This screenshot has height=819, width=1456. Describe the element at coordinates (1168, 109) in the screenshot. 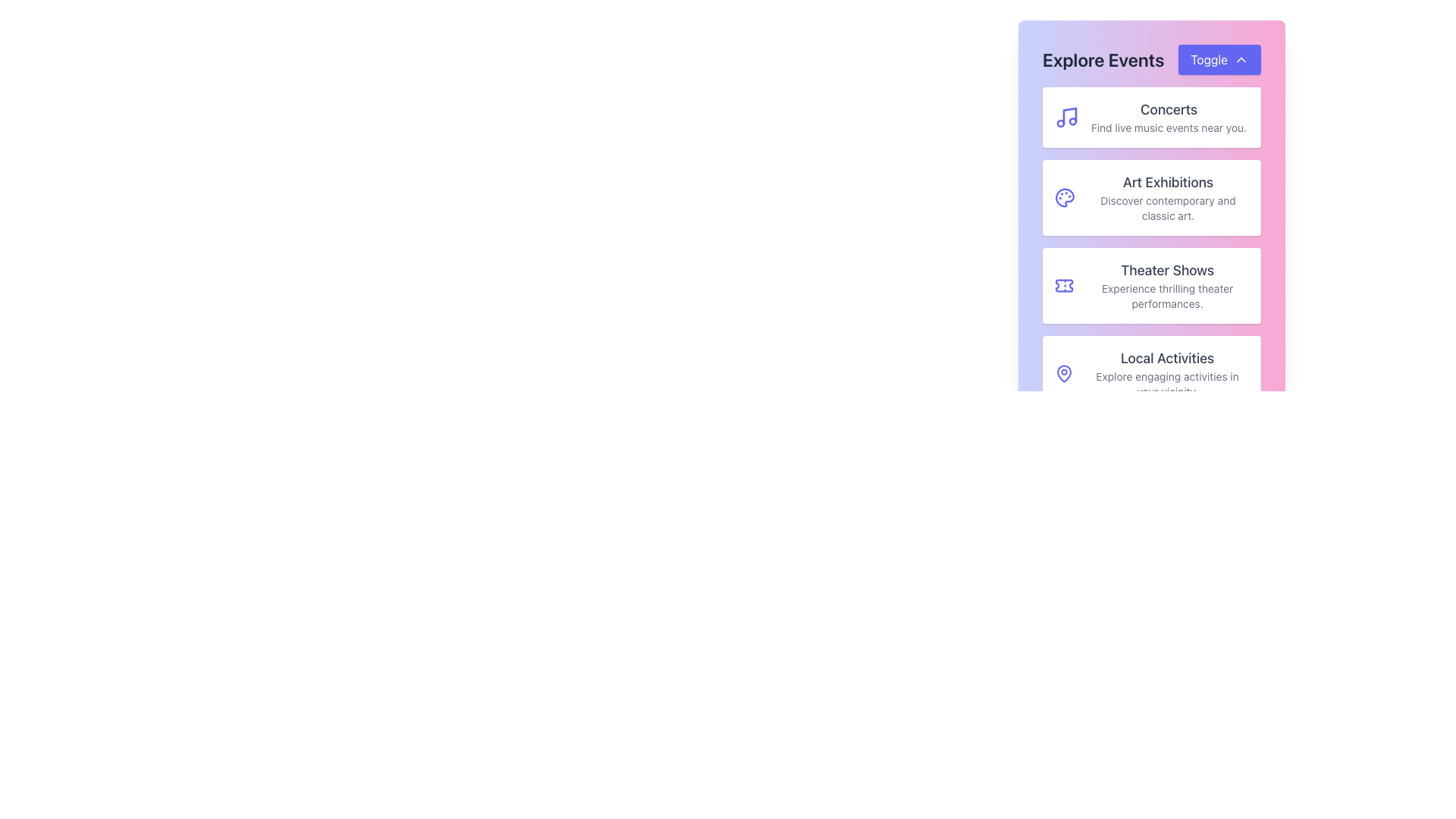

I see `the 'Concerts' header label styled with a large bold font in dark gray color, located in the sidebar menu under 'Explore Events'` at that location.